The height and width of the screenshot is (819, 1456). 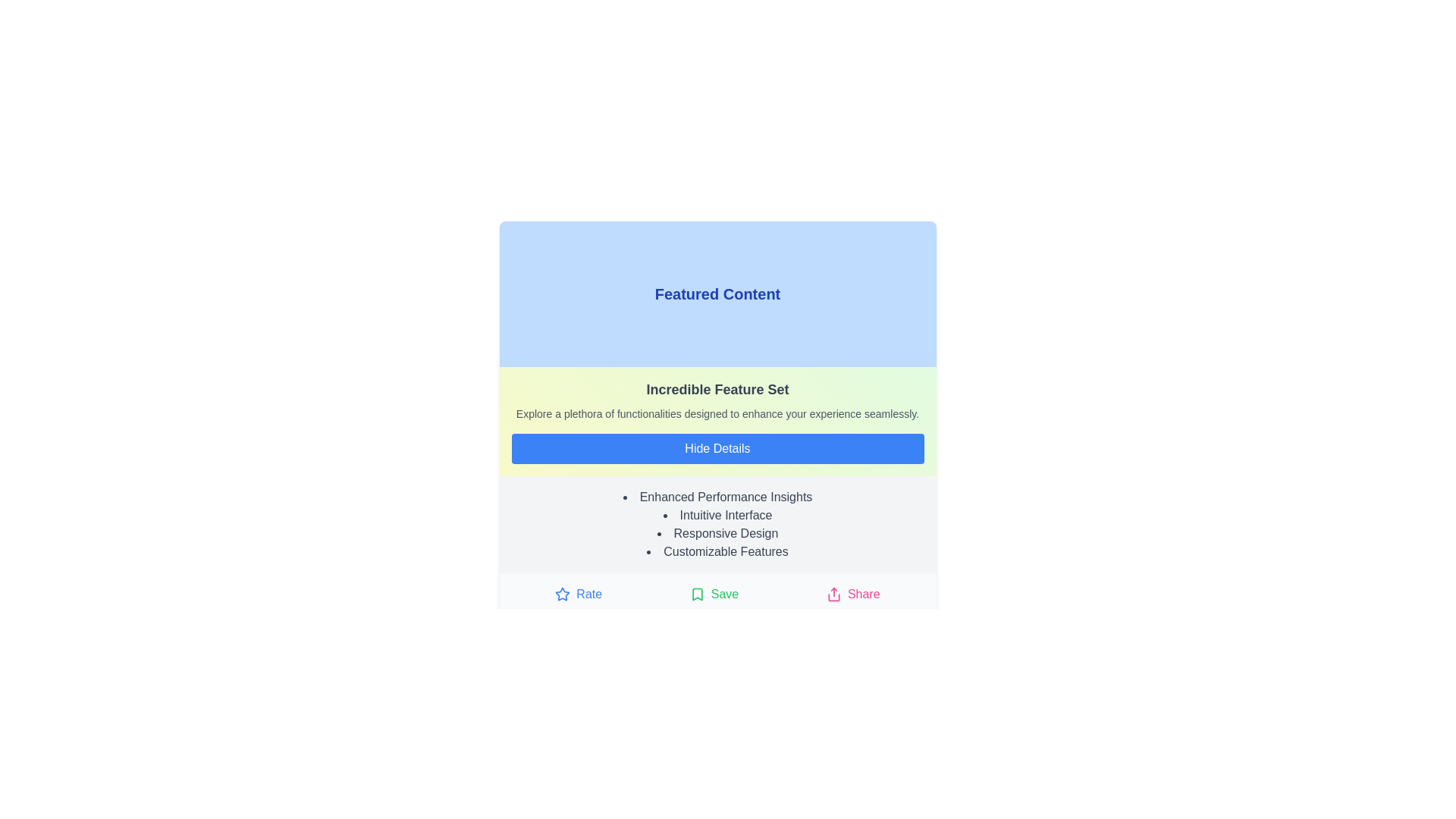 What do you see at coordinates (578, 593) in the screenshot?
I see `the 'Rate' button, which is the first interactive option in a horizontal group containing 'Rate', 'Save', and 'Share', to initiate the rating process` at bounding box center [578, 593].